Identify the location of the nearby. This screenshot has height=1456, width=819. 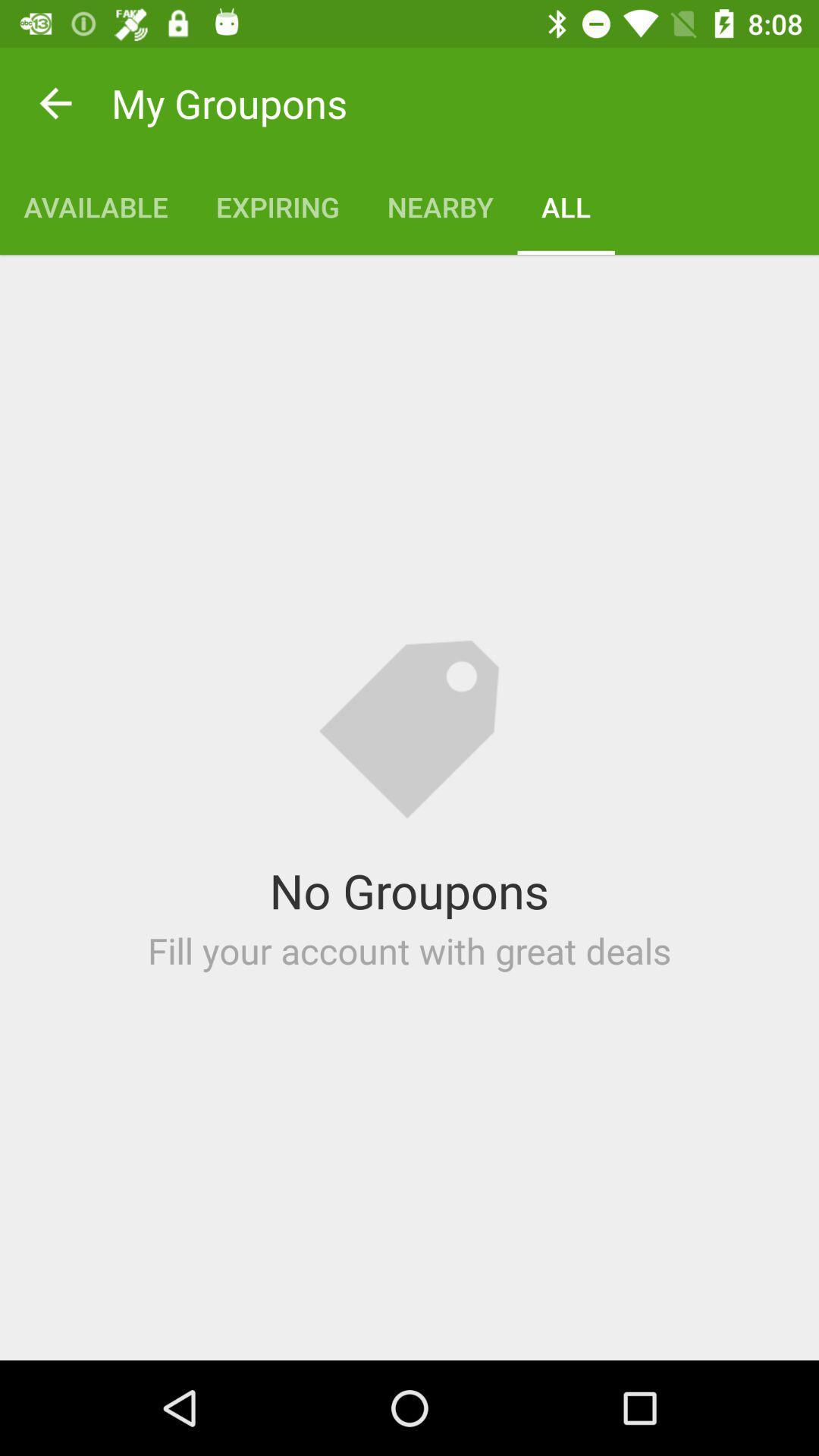
(440, 206).